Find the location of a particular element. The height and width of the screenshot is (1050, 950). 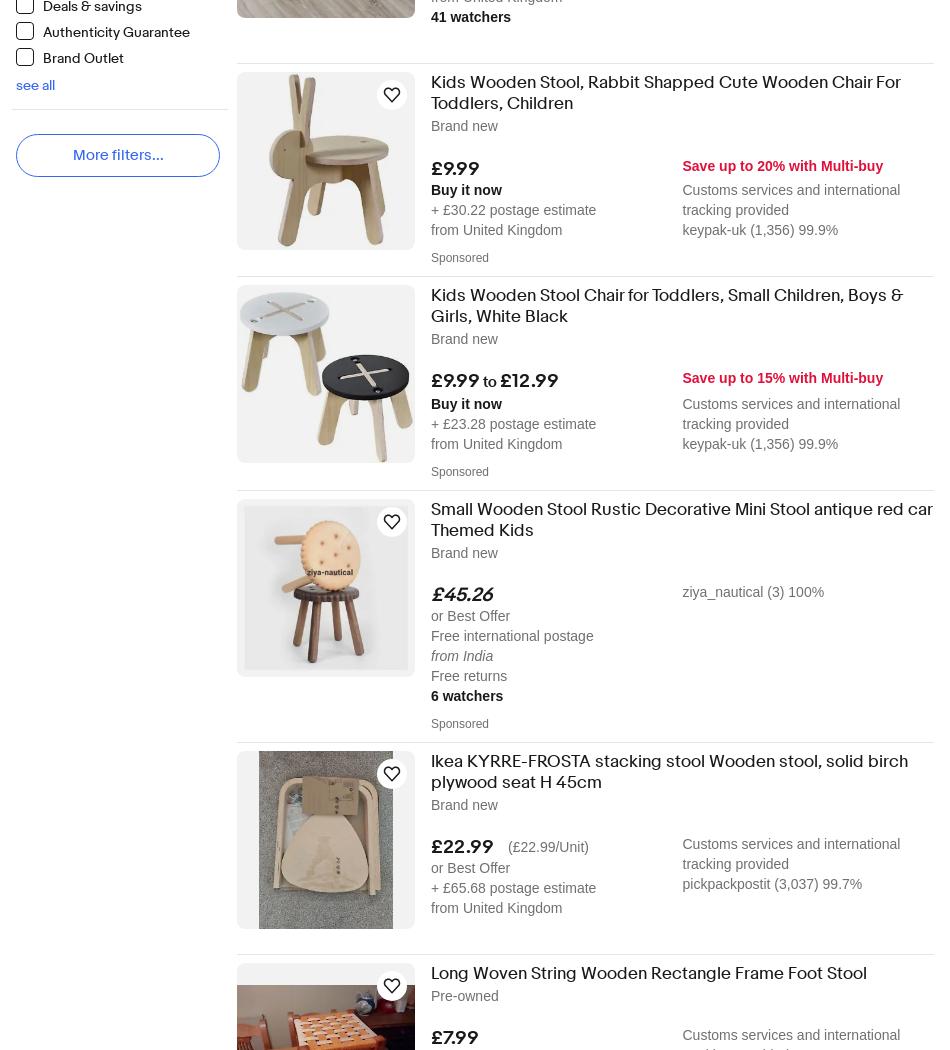

'ziya_nautical (3) 100%' is located at coordinates (751, 590).